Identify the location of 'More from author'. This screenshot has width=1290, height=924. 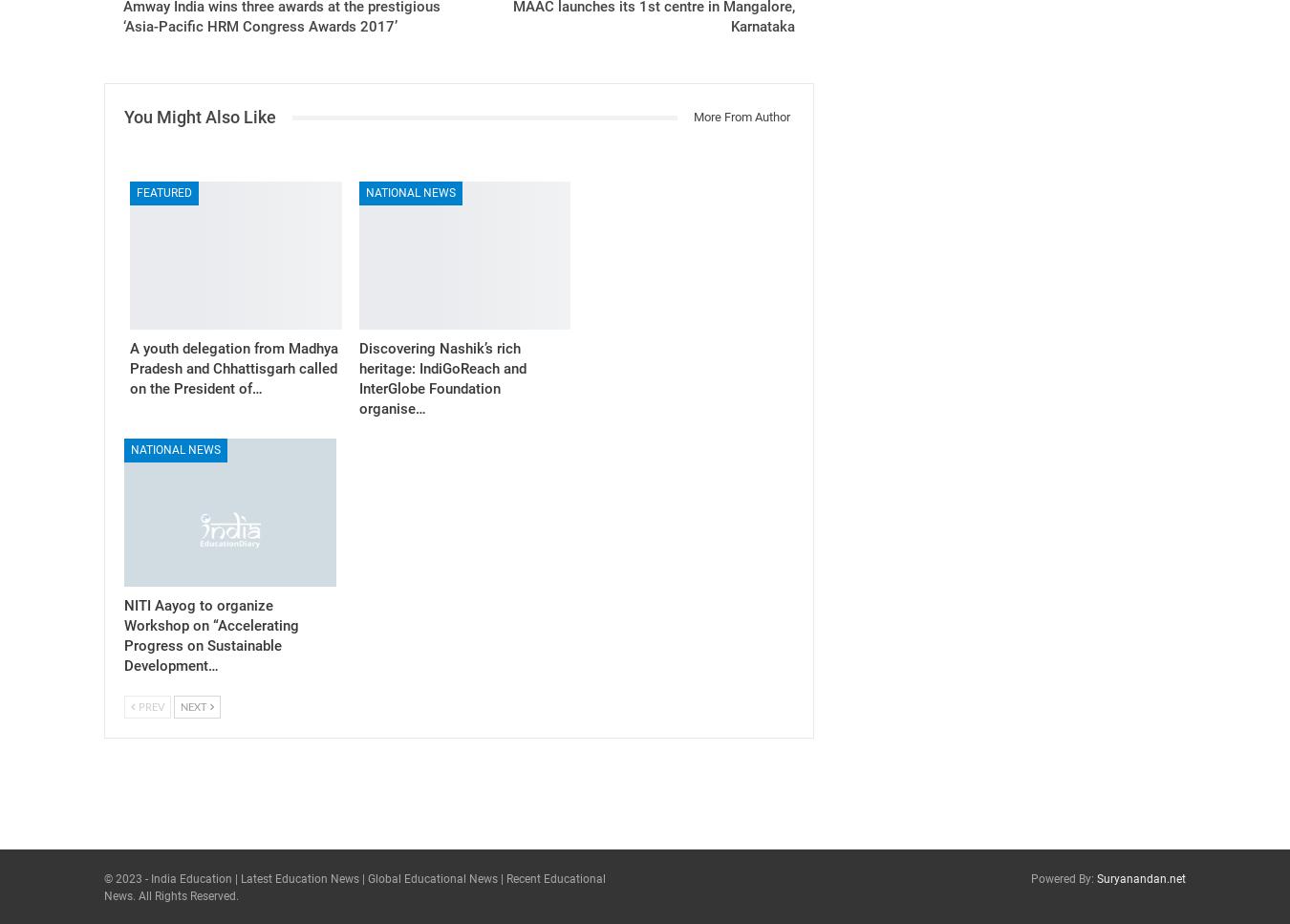
(740, 116).